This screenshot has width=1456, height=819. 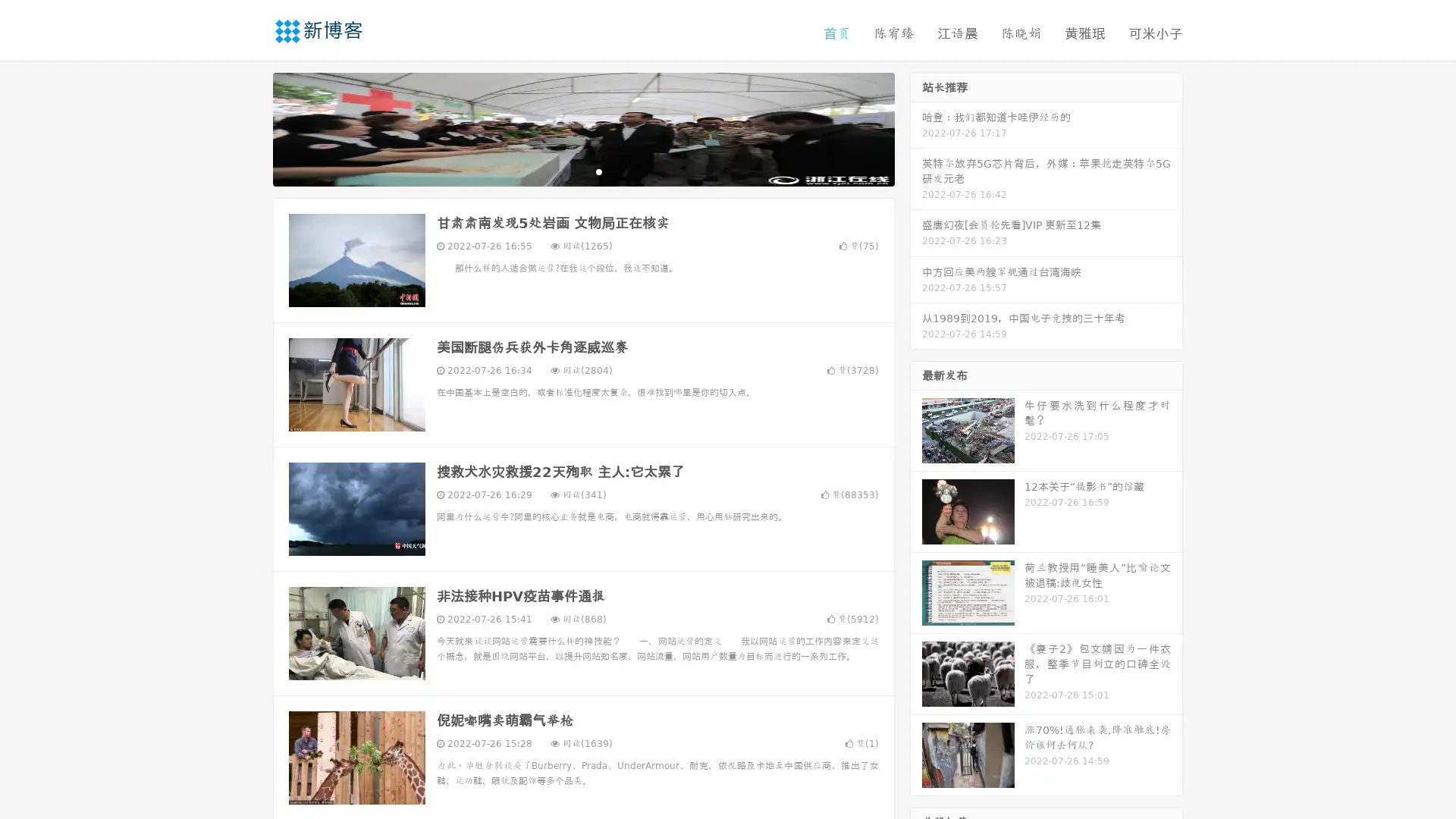 I want to click on Previous slide, so click(x=250, y=127).